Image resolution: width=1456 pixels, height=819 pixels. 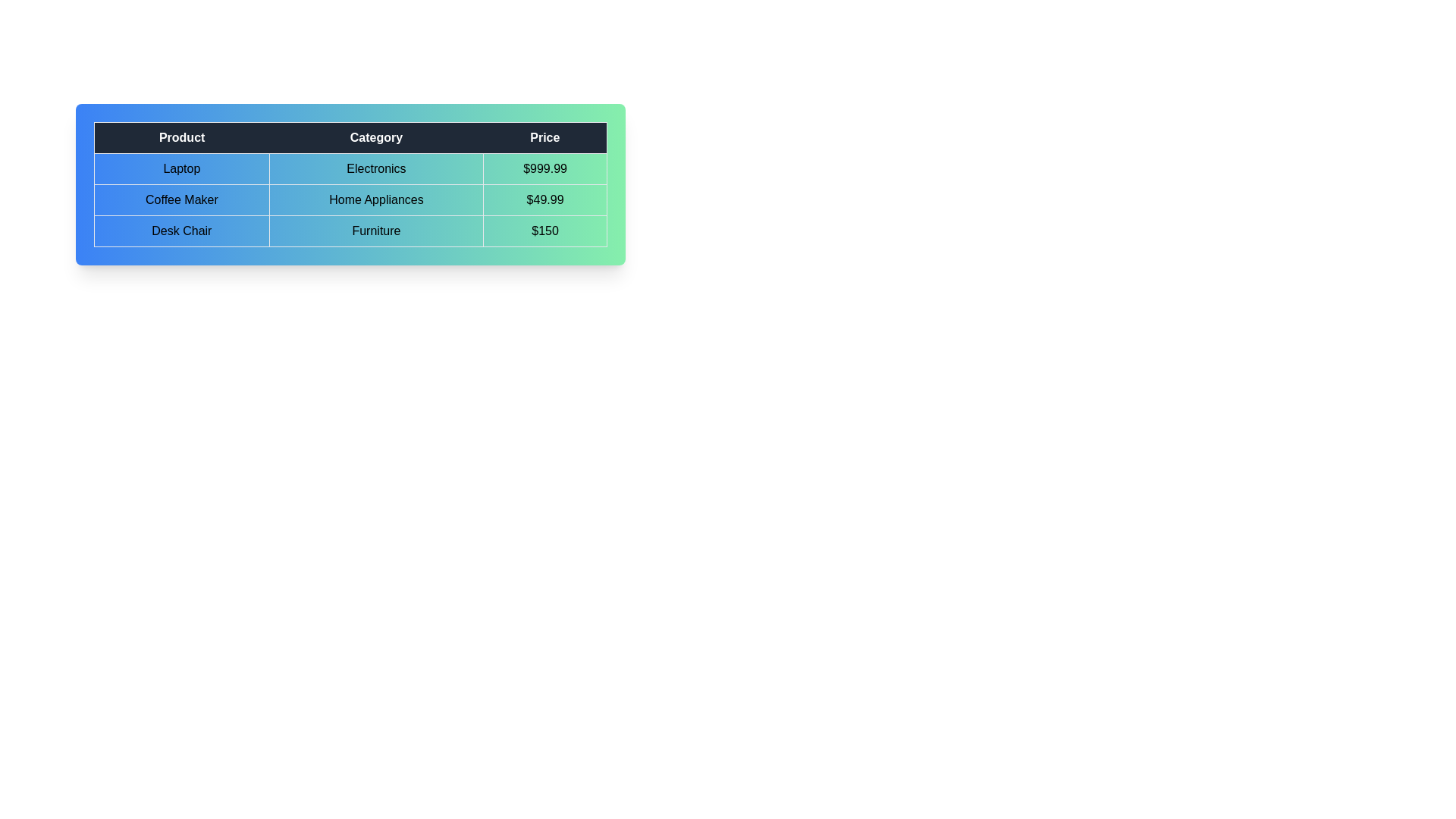 What do you see at coordinates (376, 137) in the screenshot?
I see `the 'Category' header label in the table, which is located in the second column between 'Product' and 'Price'` at bounding box center [376, 137].